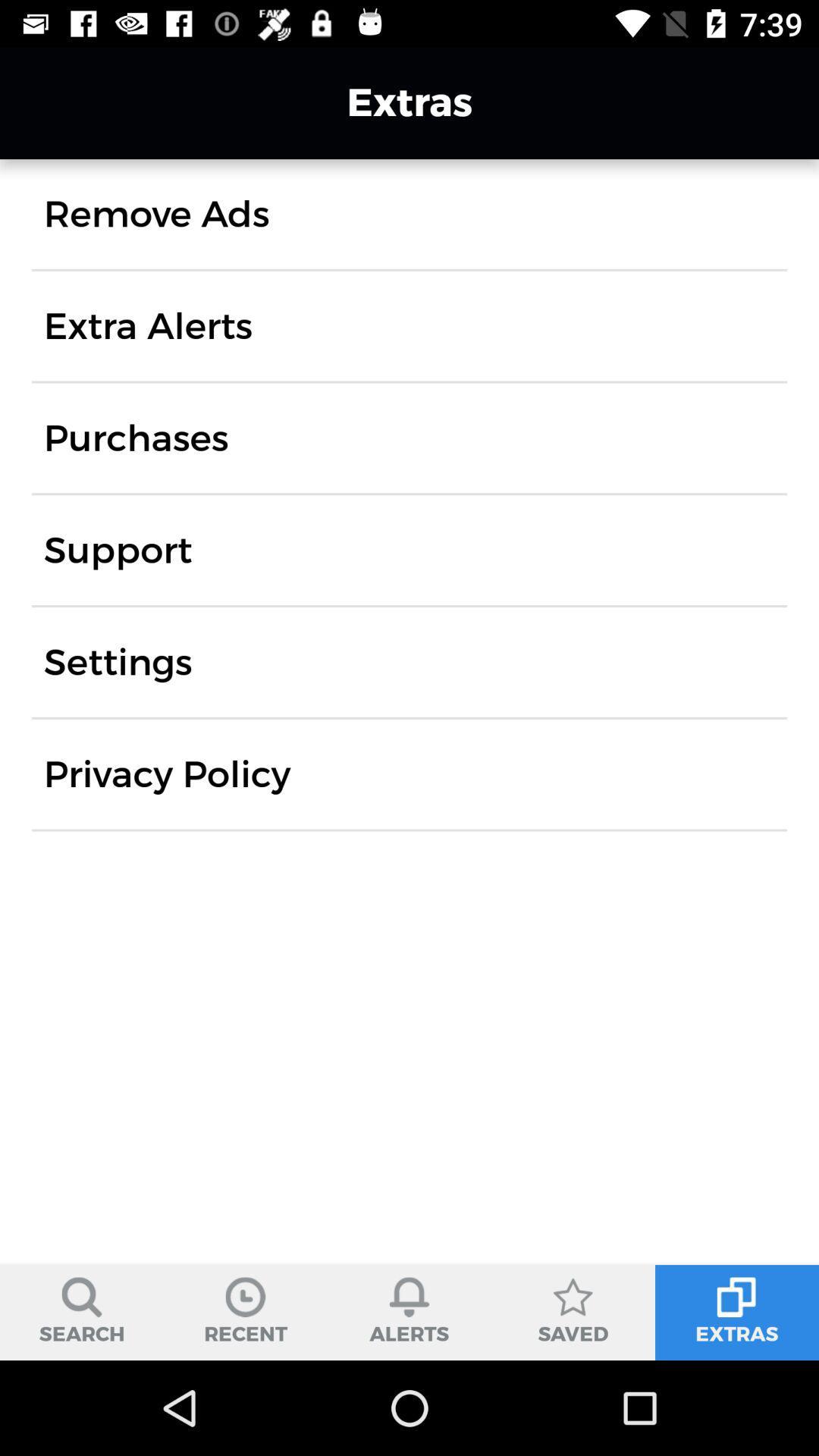 The width and height of the screenshot is (819, 1456). What do you see at coordinates (156, 213) in the screenshot?
I see `the remove ads` at bounding box center [156, 213].